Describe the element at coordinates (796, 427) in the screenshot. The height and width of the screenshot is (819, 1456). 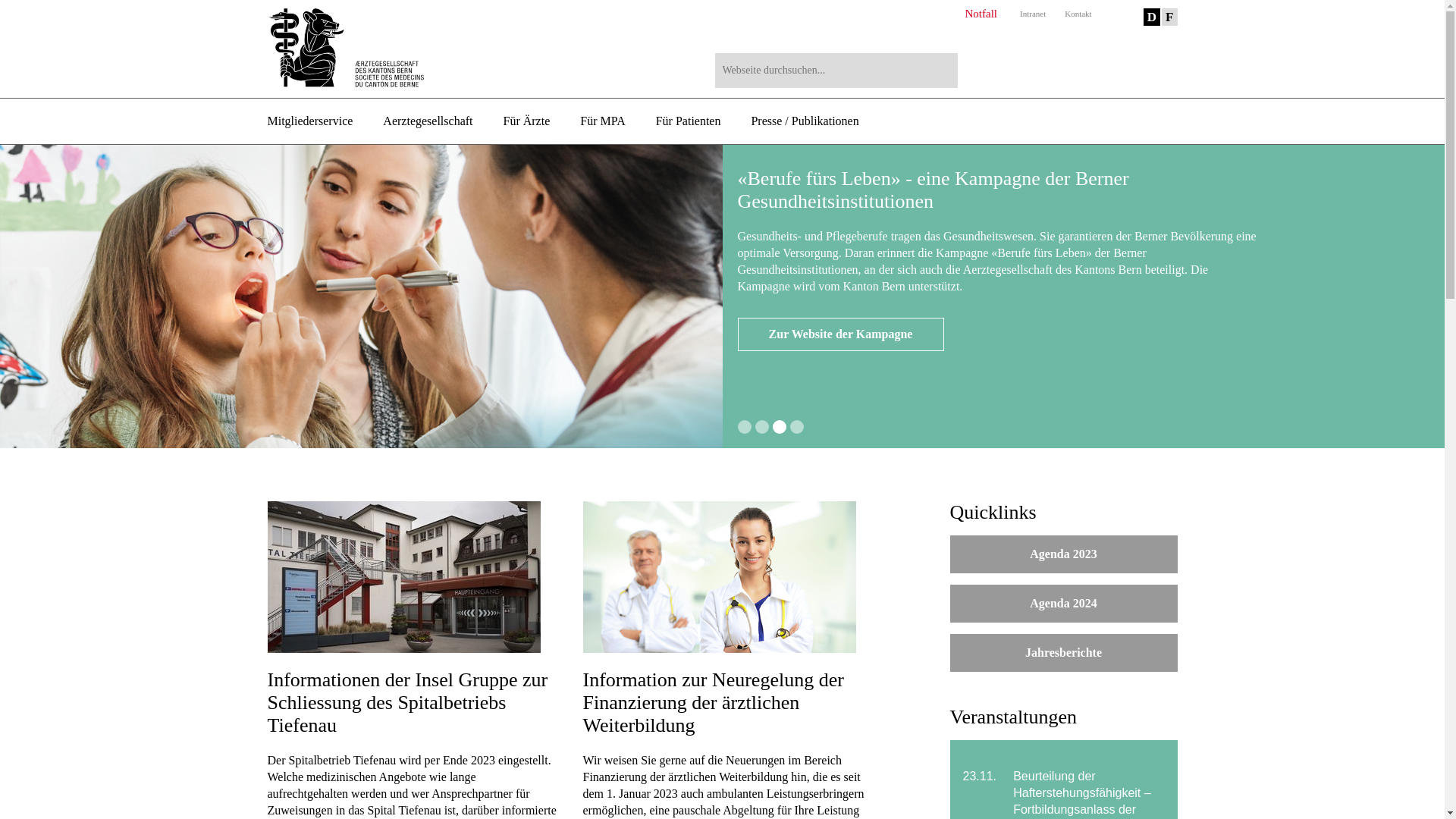
I see `'4'` at that location.